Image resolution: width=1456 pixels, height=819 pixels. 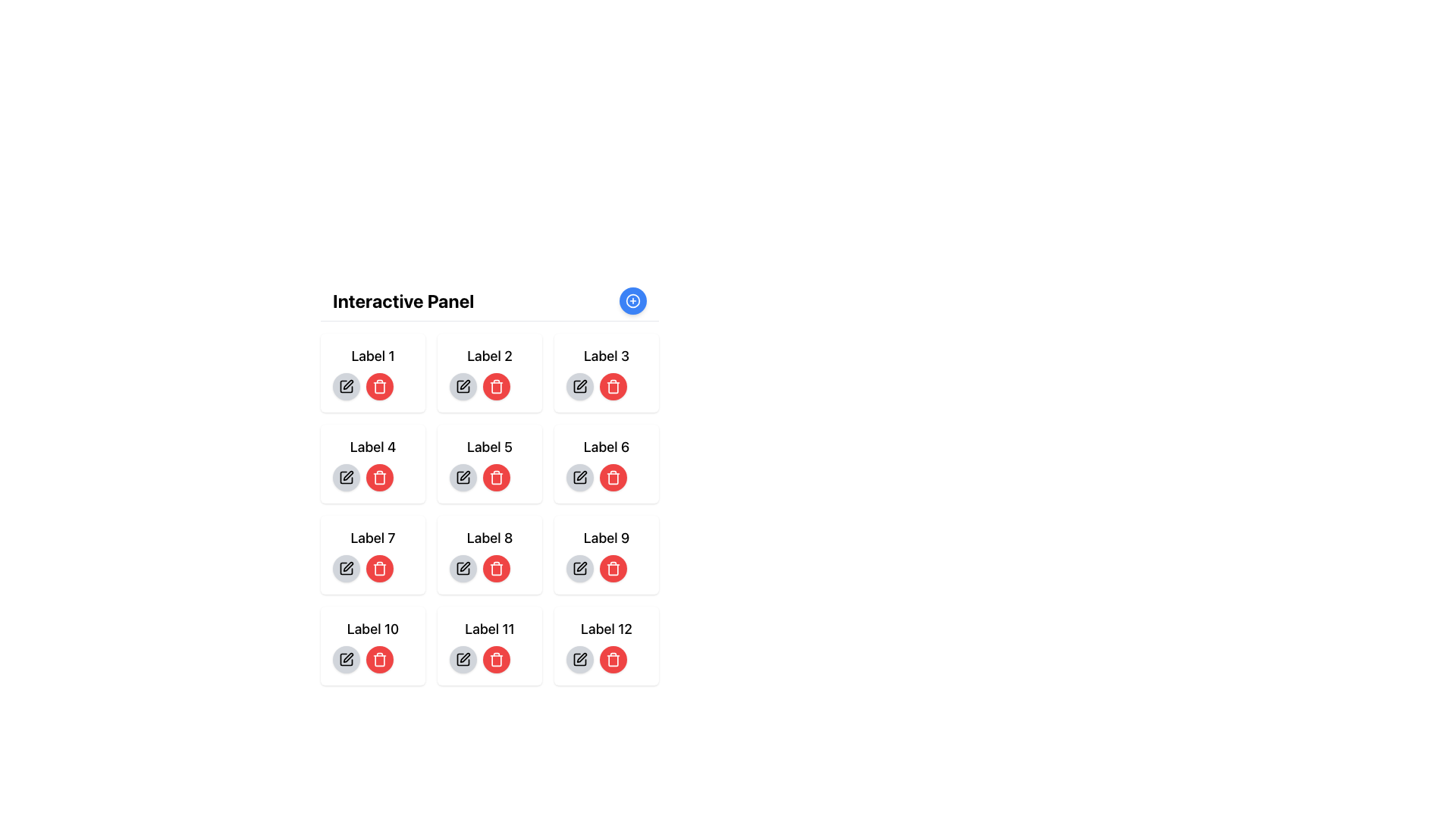 I want to click on the icon-based button located in the top-right corner of the module labeled 'Label 6', so click(x=581, y=384).